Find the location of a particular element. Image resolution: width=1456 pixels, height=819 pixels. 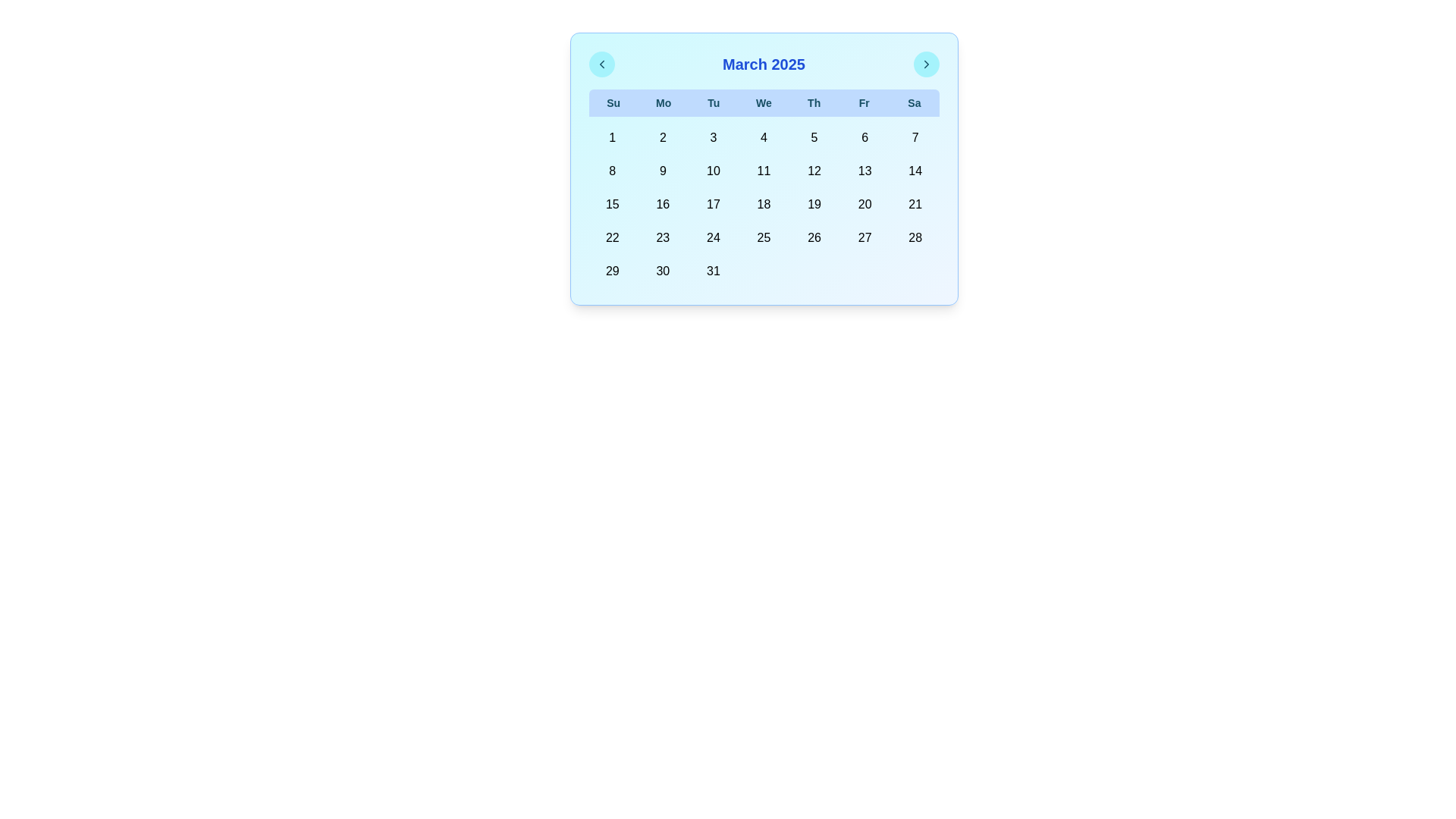

the calendar cell button displaying the number '26', which is located in the fourth row and fifth column of the calendar grid is located at coordinates (814, 237).